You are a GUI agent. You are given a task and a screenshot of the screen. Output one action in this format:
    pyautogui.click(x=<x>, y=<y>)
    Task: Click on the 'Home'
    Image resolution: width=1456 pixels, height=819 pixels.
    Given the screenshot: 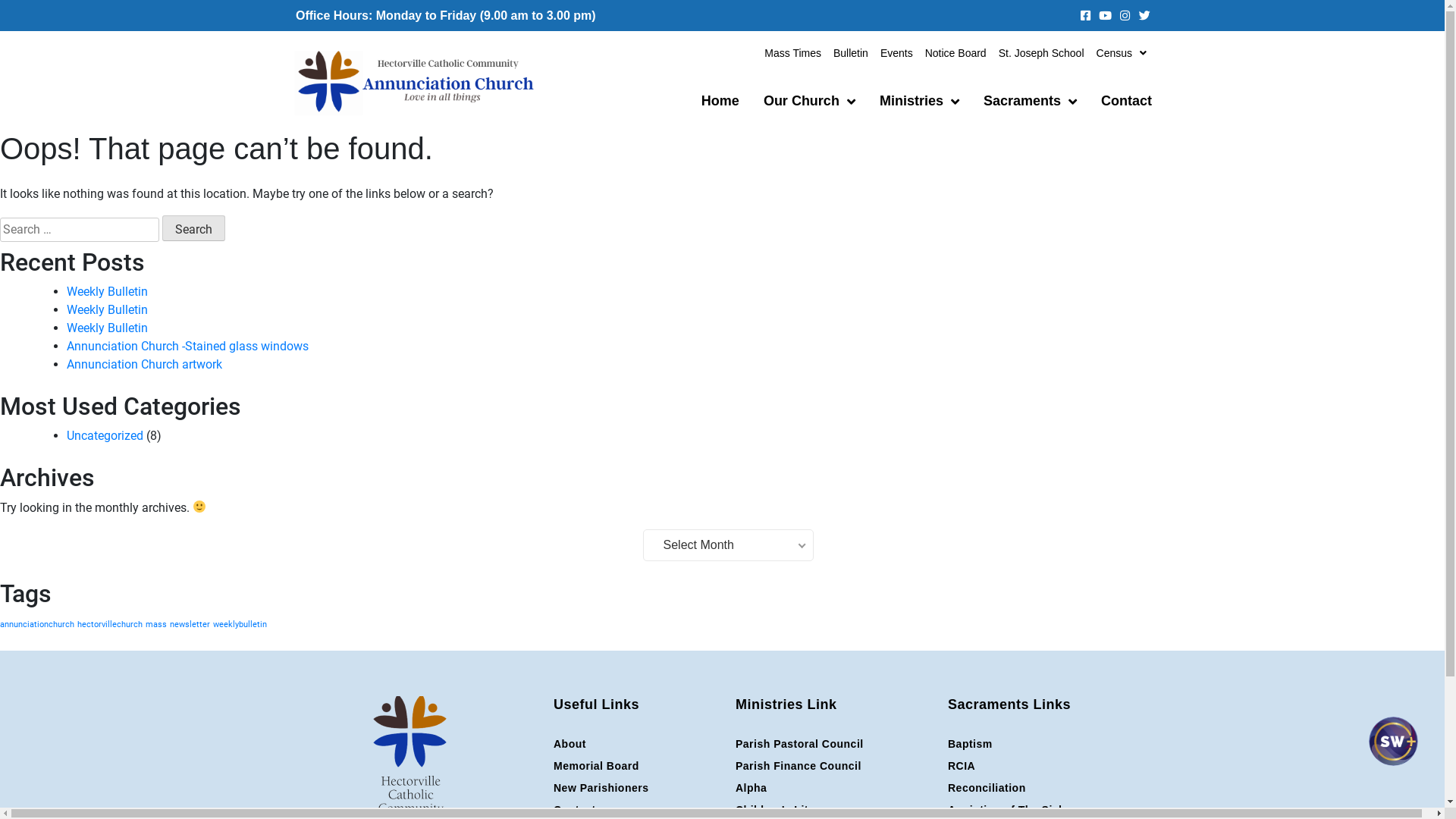 What is the action you would take?
    pyautogui.click(x=720, y=101)
    